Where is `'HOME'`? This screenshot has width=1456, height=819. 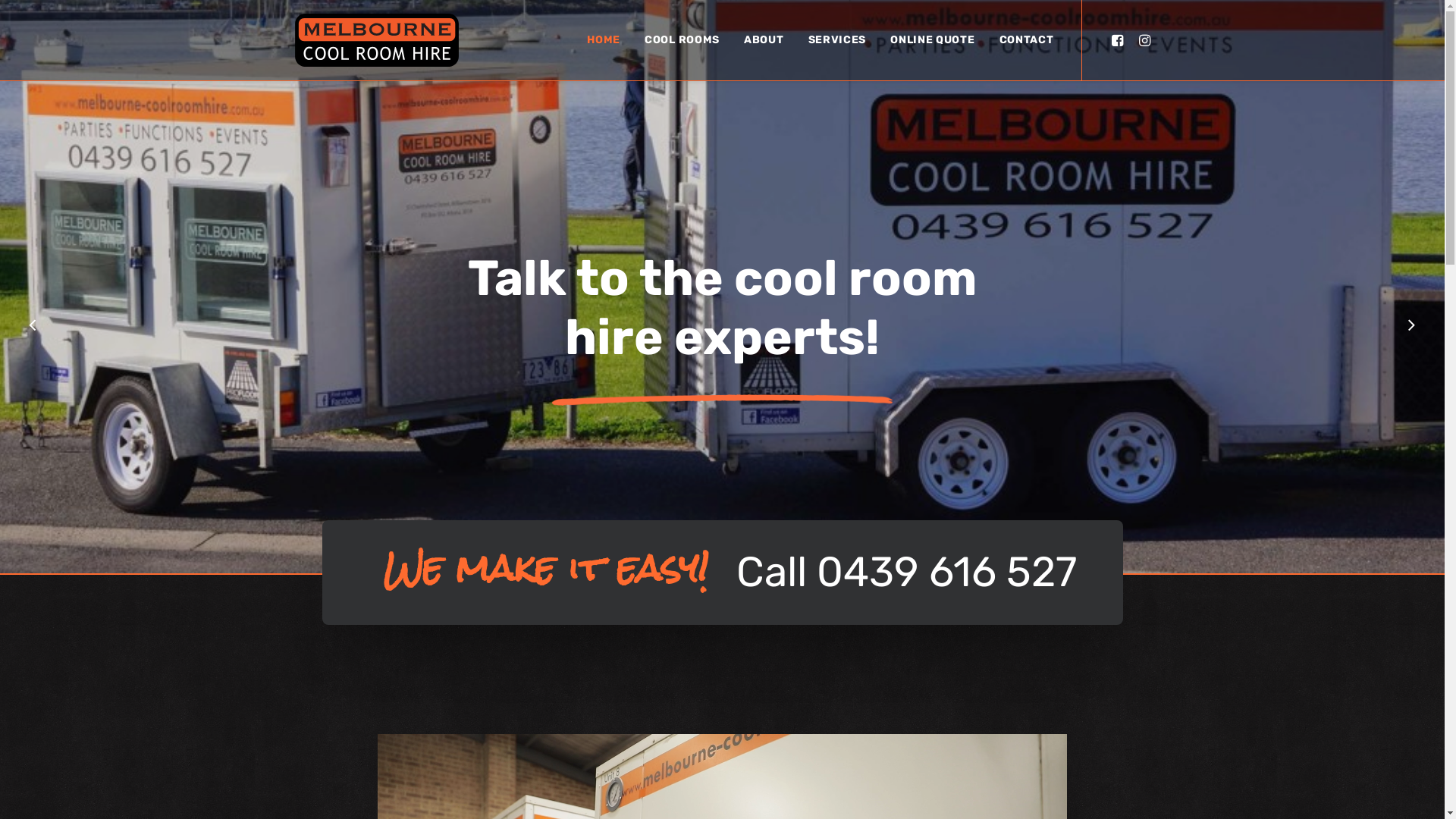
'HOME' is located at coordinates (603, 39).